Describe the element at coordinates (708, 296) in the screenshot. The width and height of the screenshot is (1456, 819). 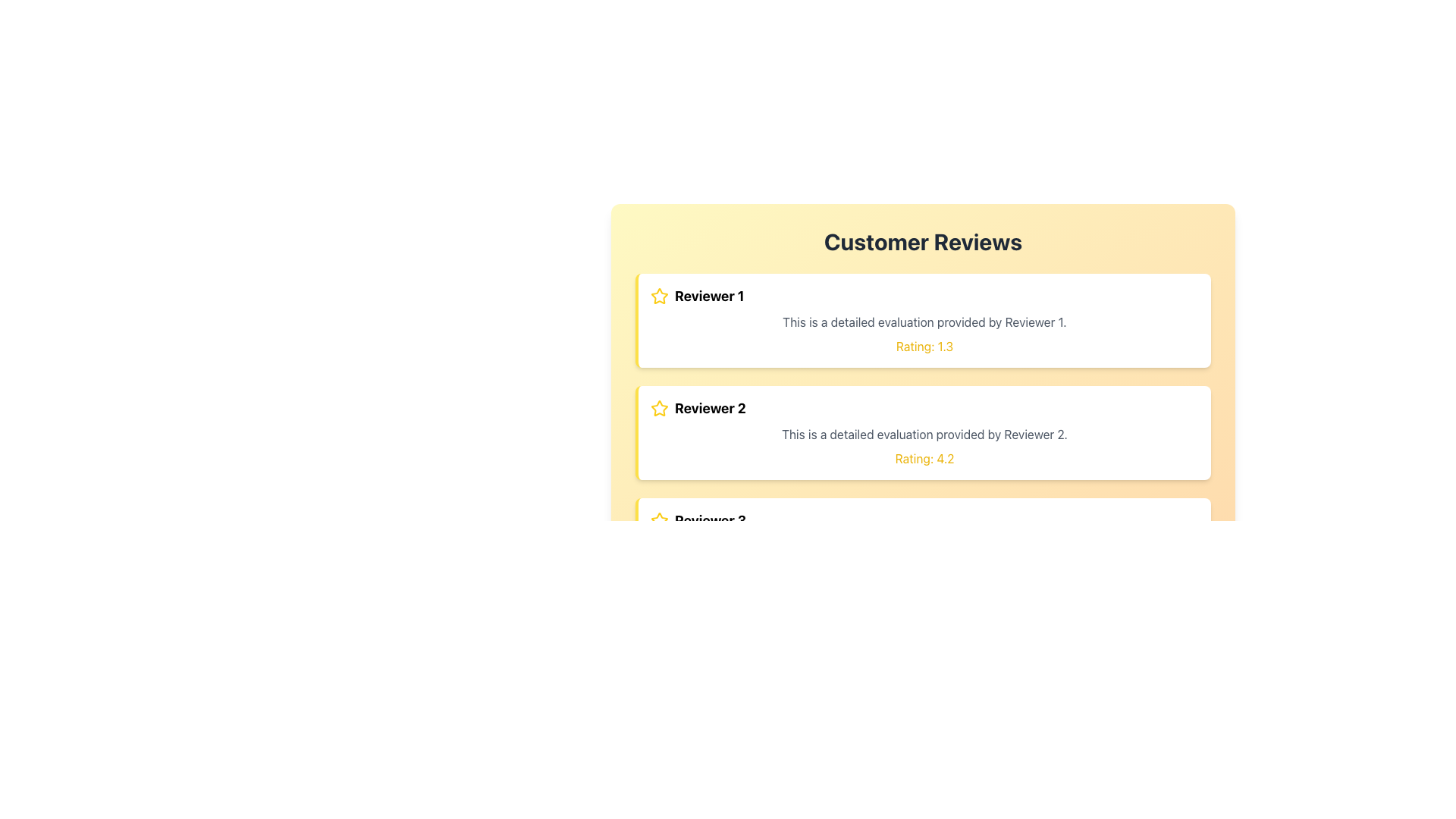
I see `the text label displaying 'Reviewer 1' located in the top-left section of the first user review card, adjacent to a yellow star icon` at that location.